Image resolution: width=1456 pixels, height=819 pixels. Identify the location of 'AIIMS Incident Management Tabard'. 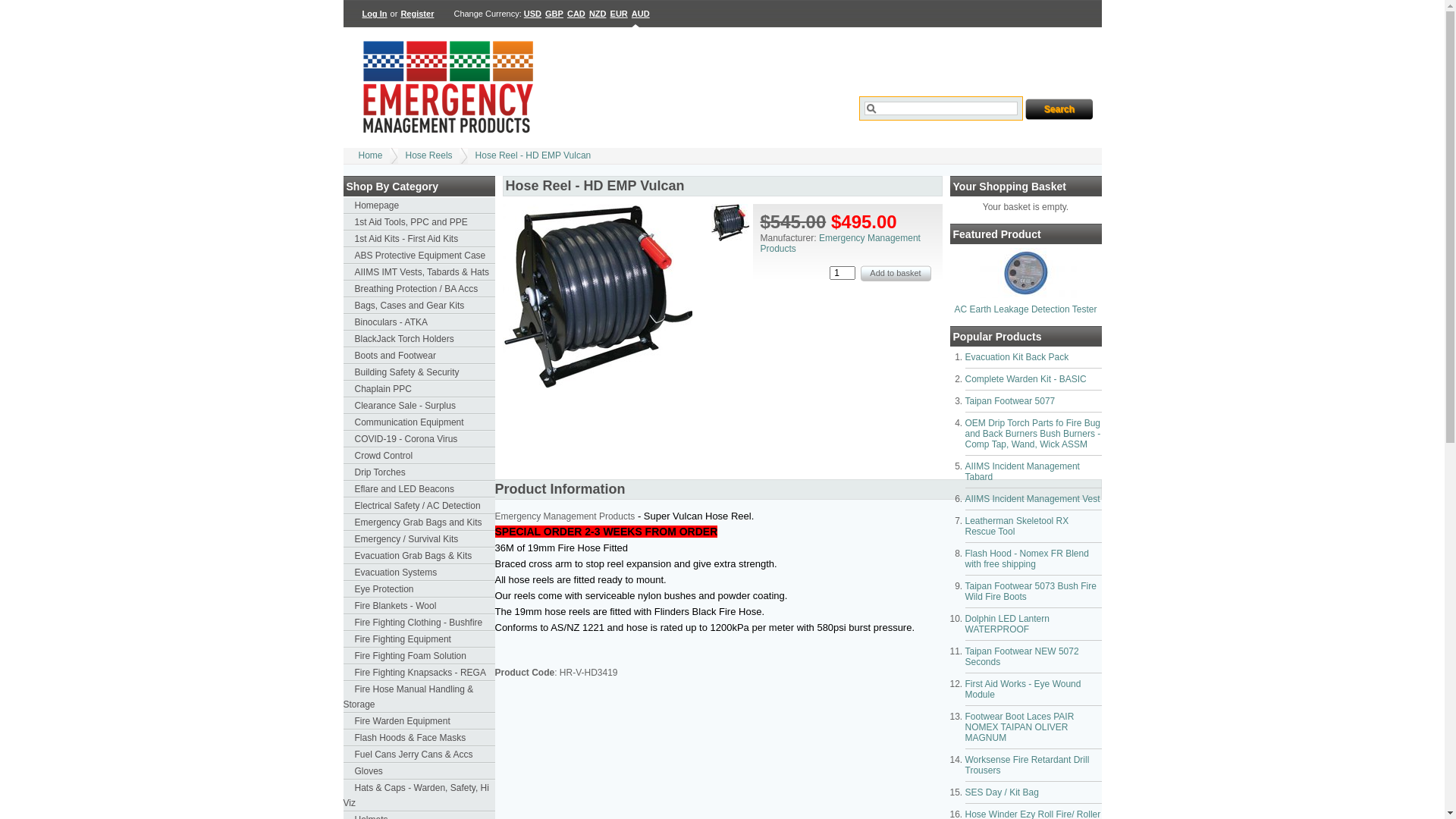
(1021, 470).